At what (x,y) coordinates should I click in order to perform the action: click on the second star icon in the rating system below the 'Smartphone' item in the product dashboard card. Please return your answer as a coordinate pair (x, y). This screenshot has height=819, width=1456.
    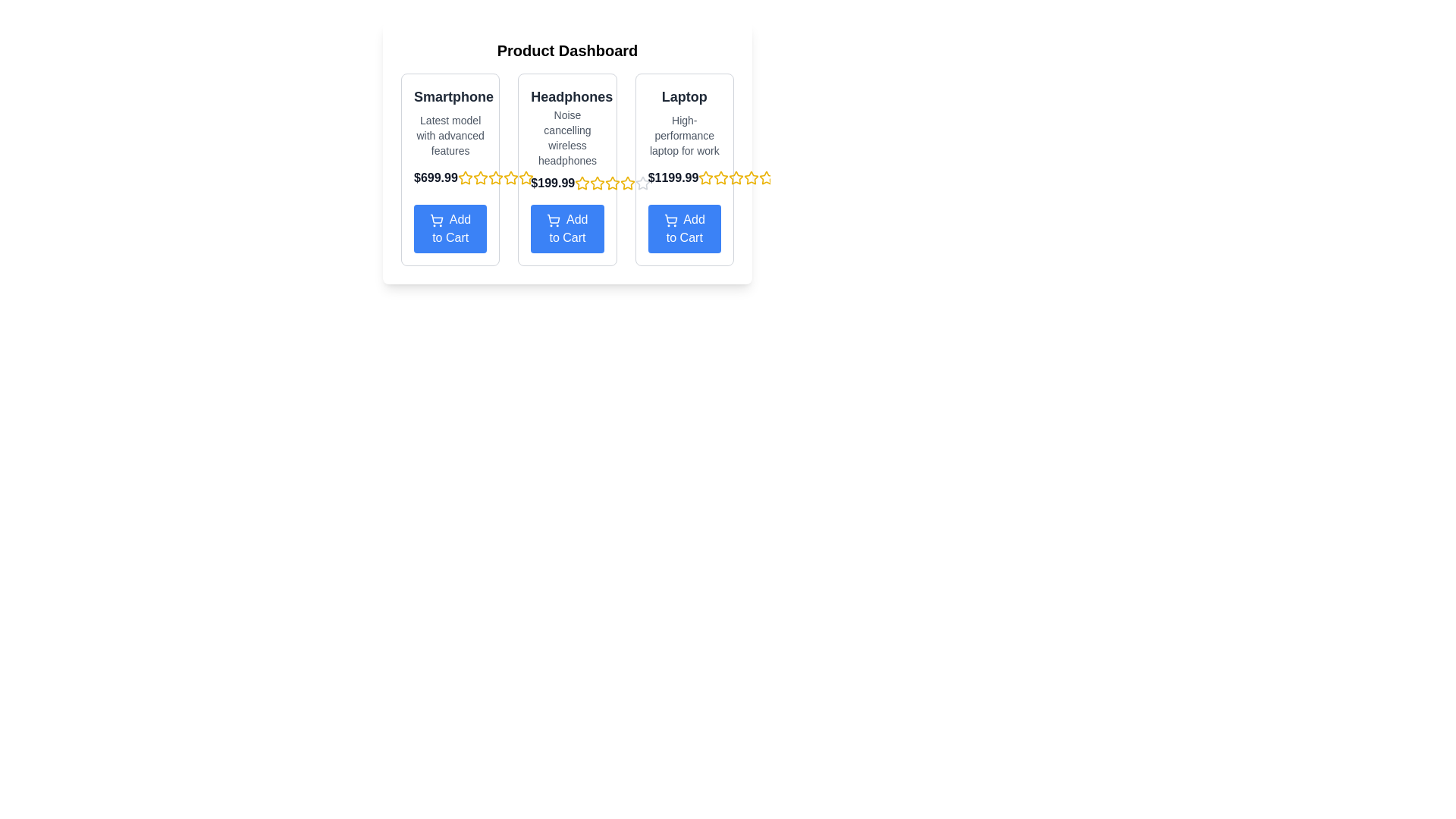
    Looking at the image, I should click on (479, 177).